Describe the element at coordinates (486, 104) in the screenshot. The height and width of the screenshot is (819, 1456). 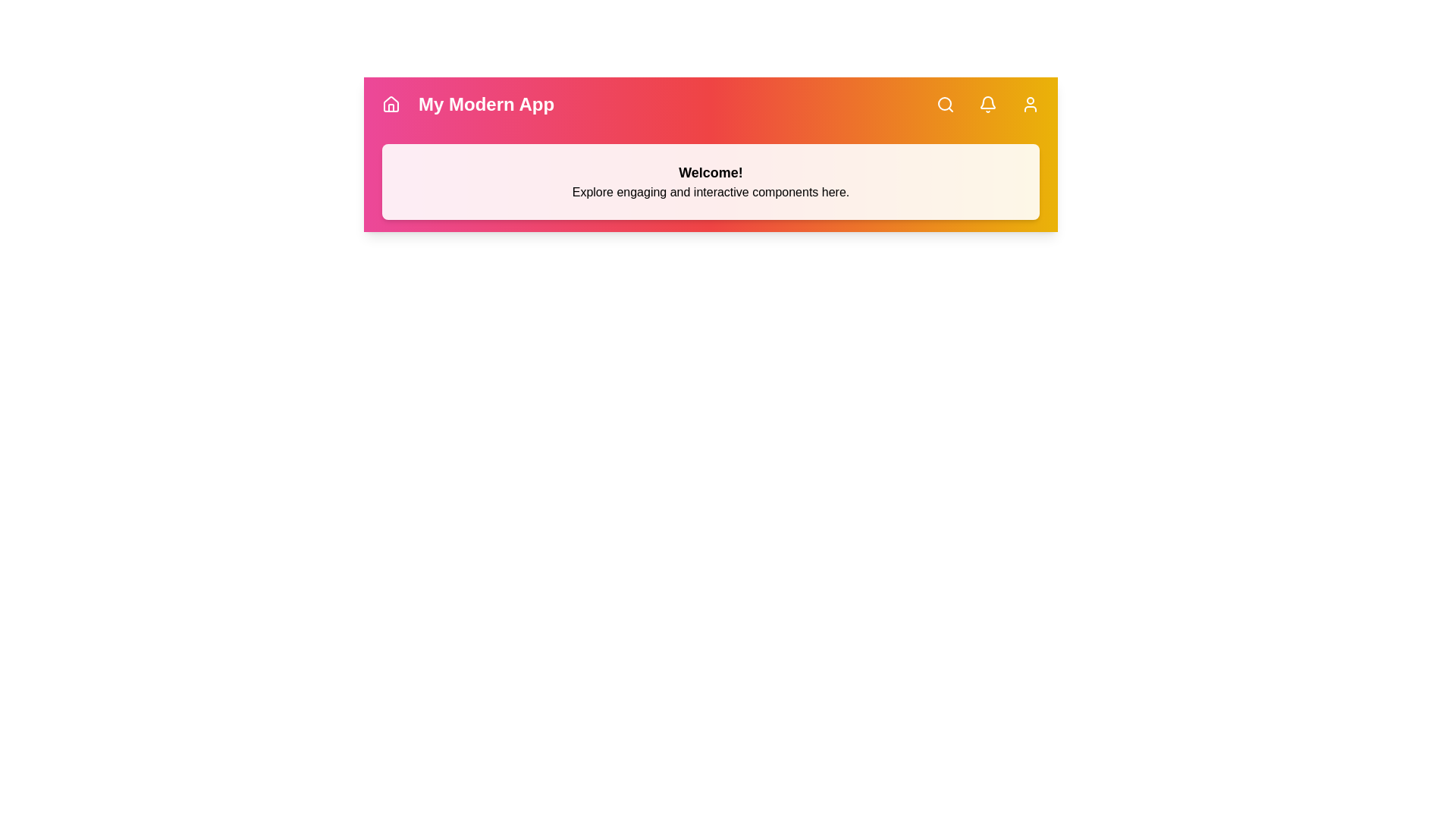
I see `the header text labeled 'My Modern App'` at that location.